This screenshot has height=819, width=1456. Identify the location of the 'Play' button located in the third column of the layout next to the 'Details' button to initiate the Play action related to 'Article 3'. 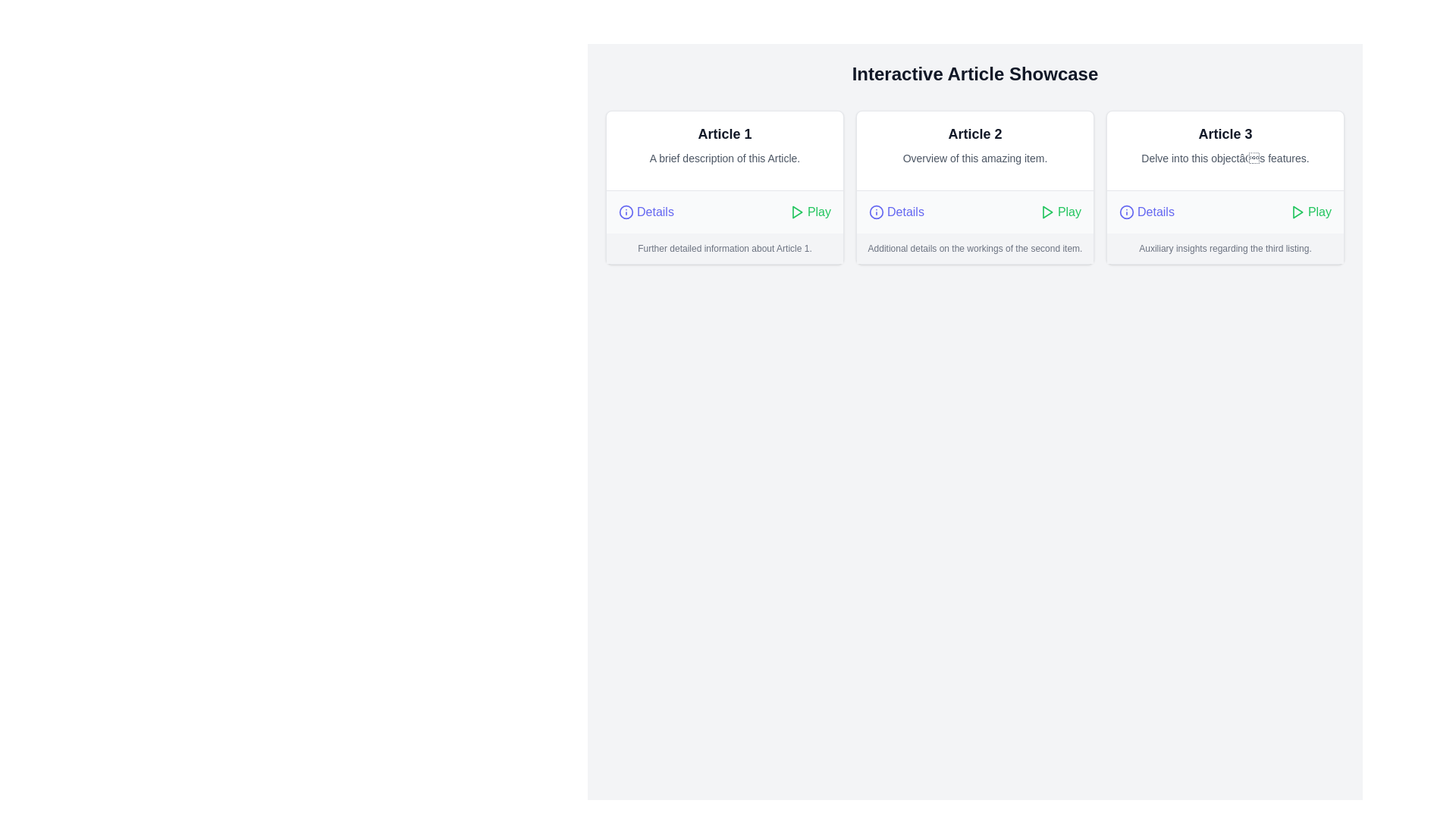
(1310, 212).